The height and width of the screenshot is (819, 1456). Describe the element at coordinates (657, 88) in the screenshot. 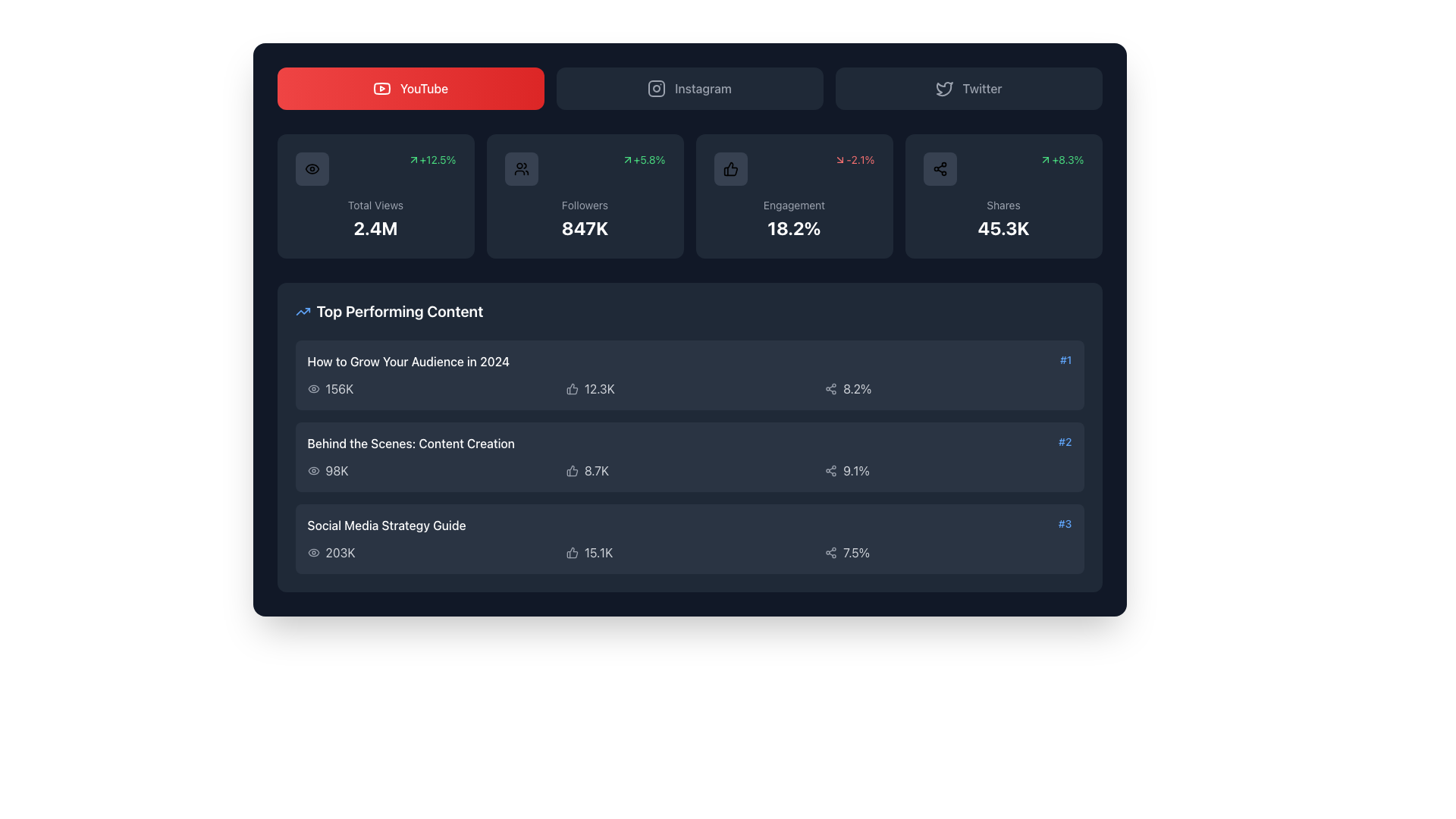

I see `the Instagram logo icon, which is a graphic element styled with a circular square and a dot in the top-right corner, located in the navigation section to the left of the 'Instagram' text label` at that location.